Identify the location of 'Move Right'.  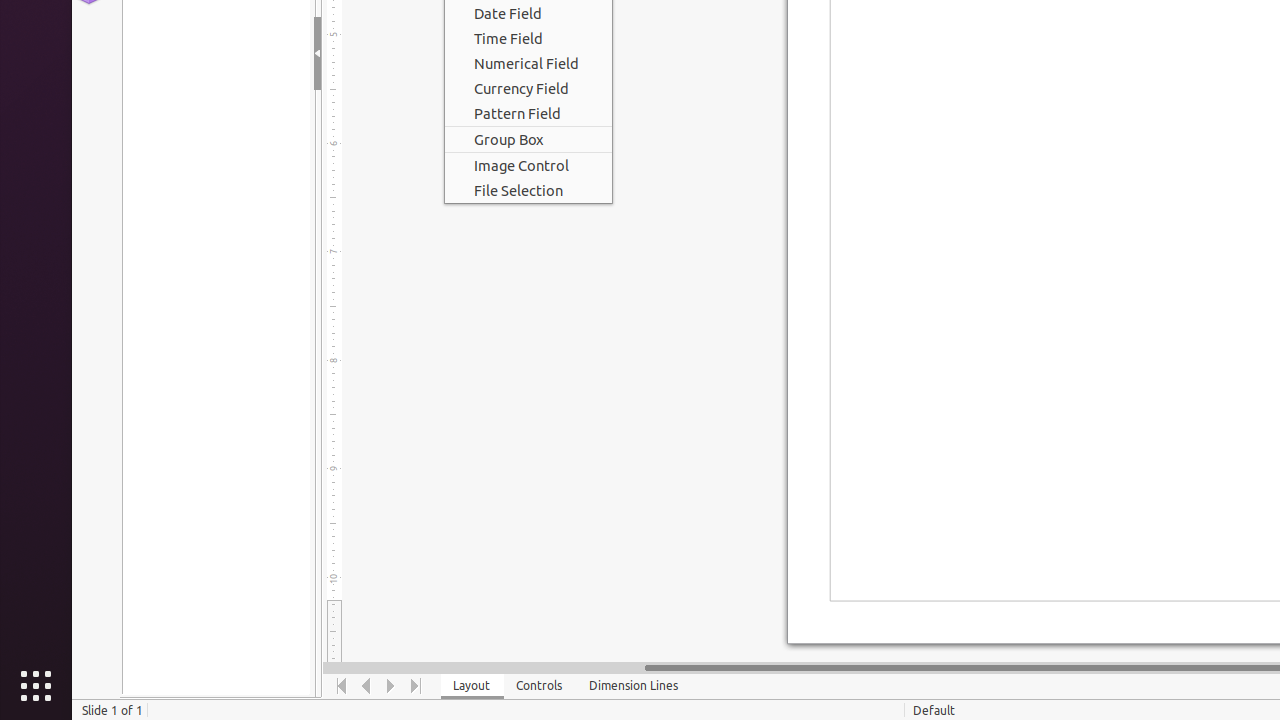
(391, 685).